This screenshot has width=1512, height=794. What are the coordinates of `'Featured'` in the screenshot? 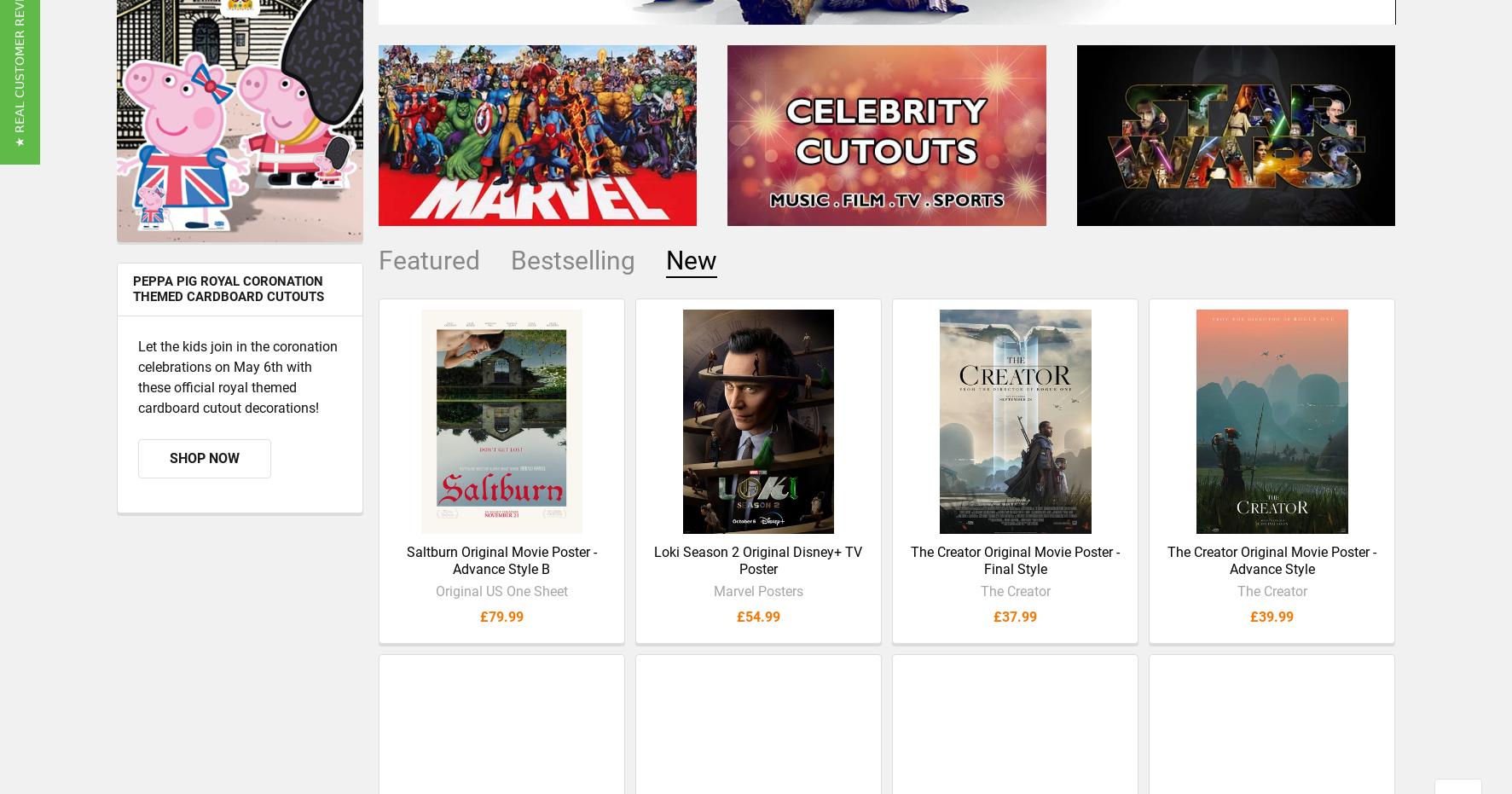 It's located at (428, 273).